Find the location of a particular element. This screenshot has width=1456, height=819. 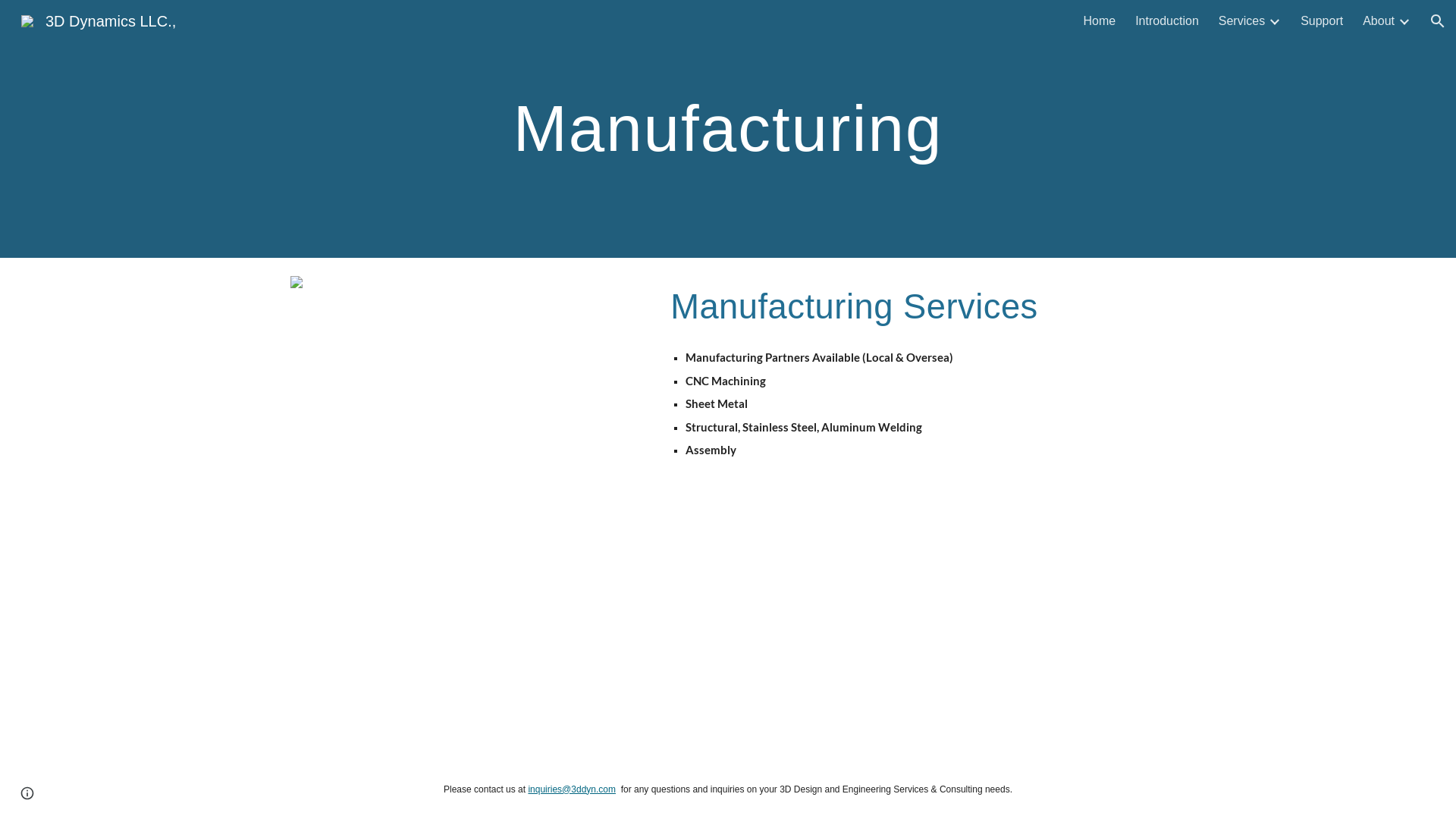

'Expand/Collapse' is located at coordinates (1274, 20).